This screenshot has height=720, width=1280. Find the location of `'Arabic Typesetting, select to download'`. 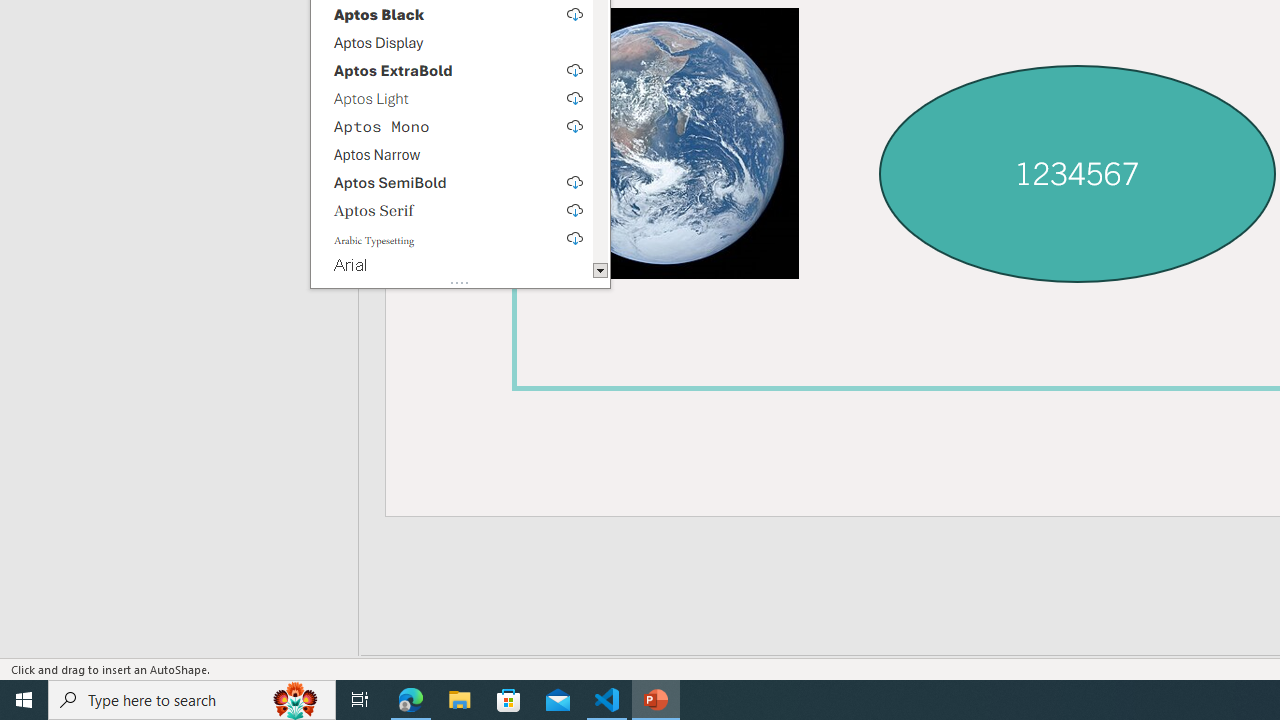

'Arabic Typesetting, select to download' is located at coordinates (450, 236).